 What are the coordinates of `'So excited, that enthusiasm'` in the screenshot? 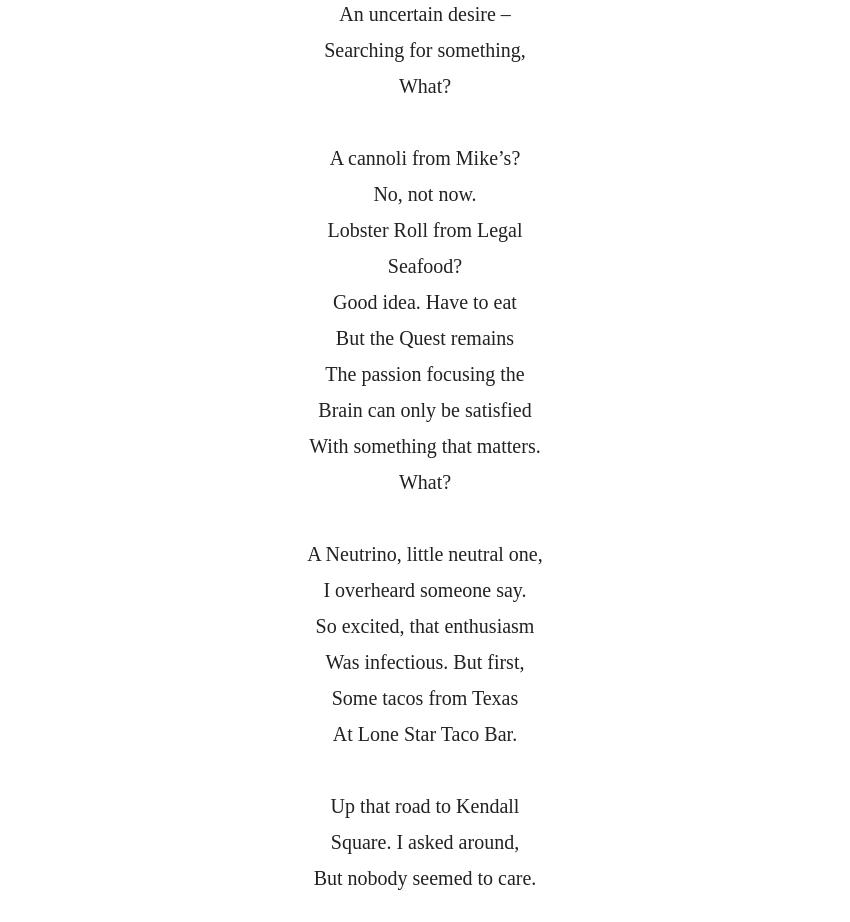 It's located at (315, 626).